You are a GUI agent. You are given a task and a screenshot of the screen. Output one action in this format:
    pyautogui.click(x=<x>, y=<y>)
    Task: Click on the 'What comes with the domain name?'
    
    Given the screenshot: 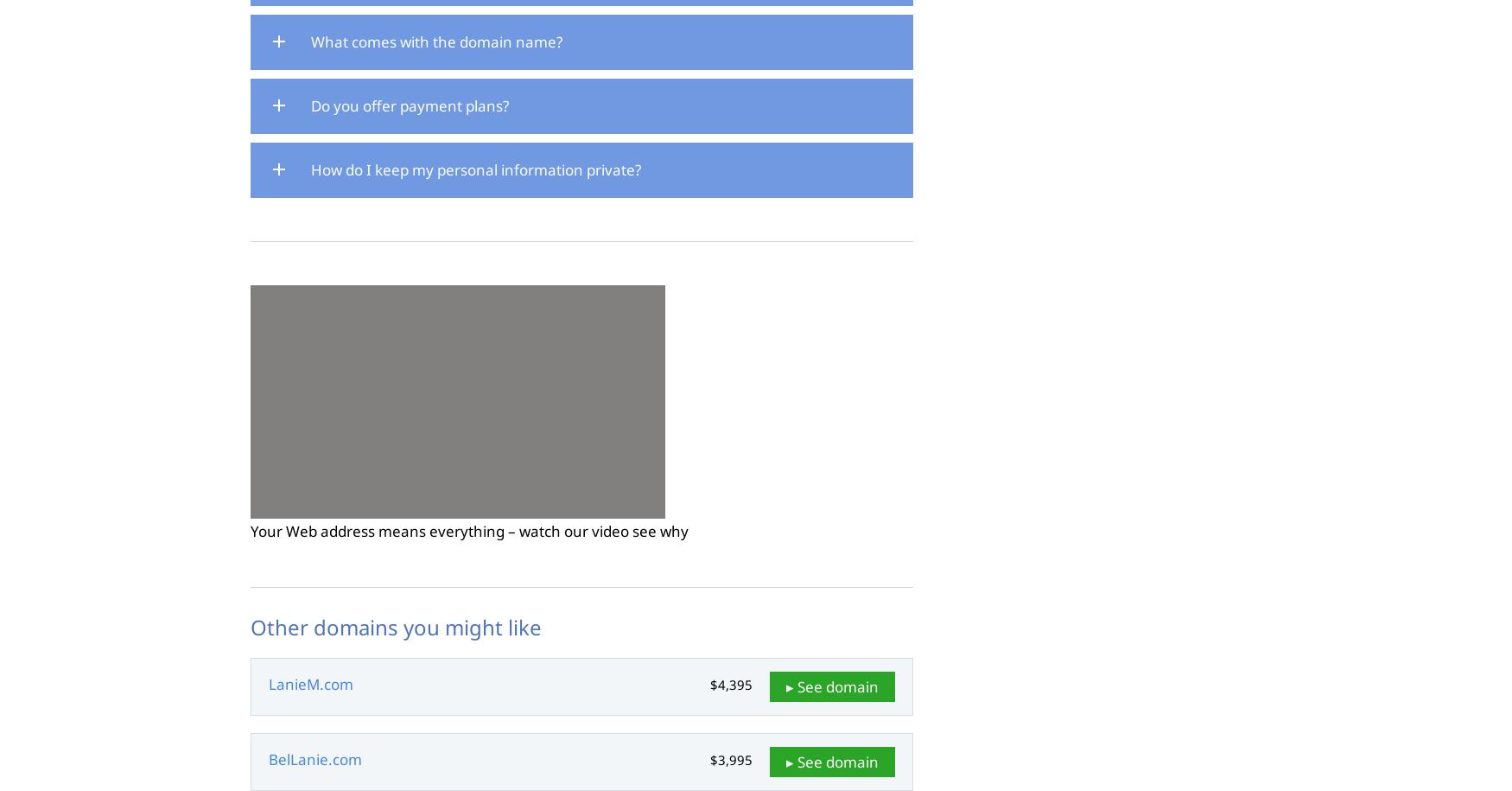 What is the action you would take?
    pyautogui.click(x=435, y=41)
    